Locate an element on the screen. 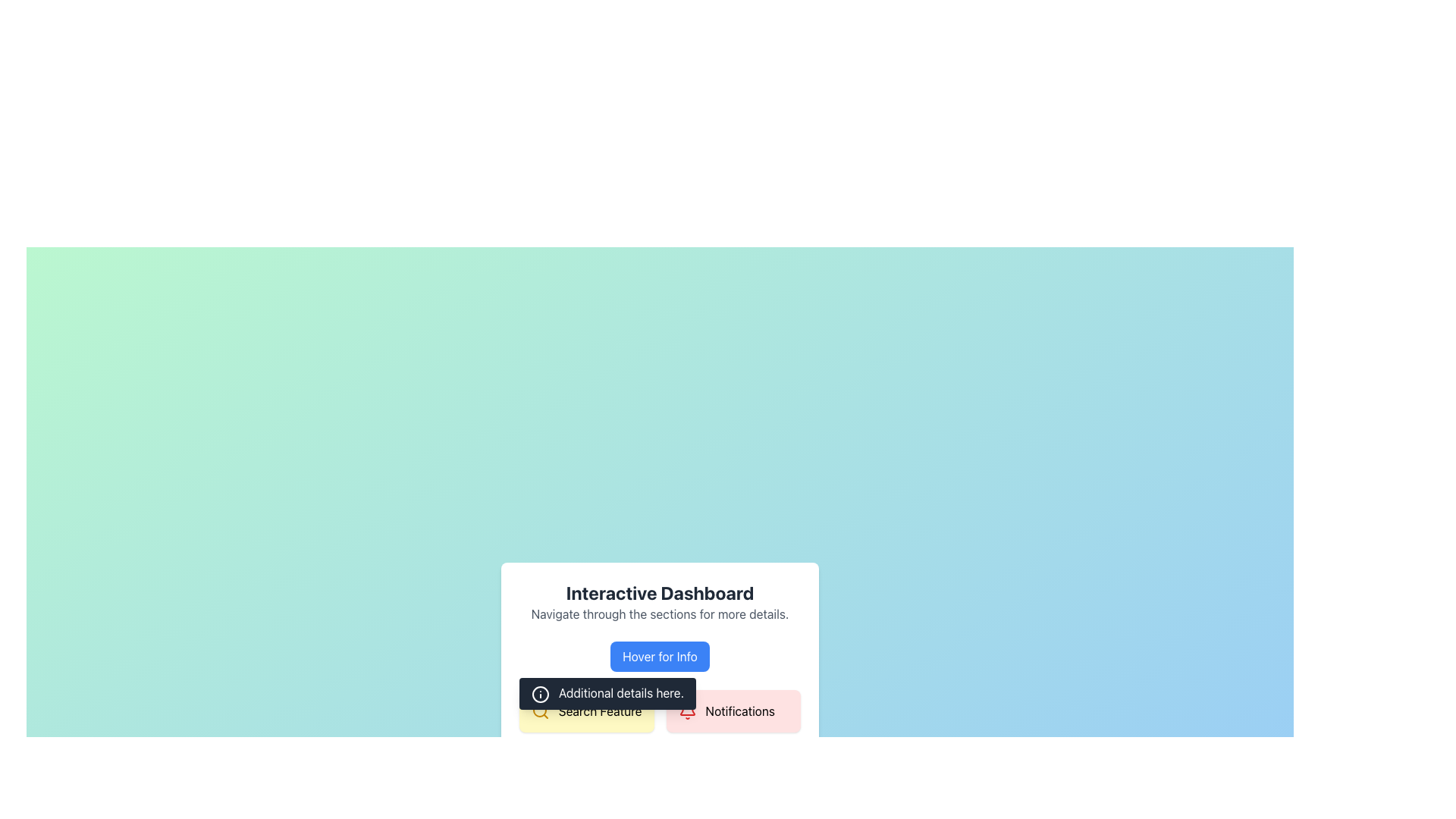 This screenshot has height=819, width=1456. the prominent button located in the interactive dashboard section, which displays a tooltip with additional information when hovered over is located at coordinates (659, 656).